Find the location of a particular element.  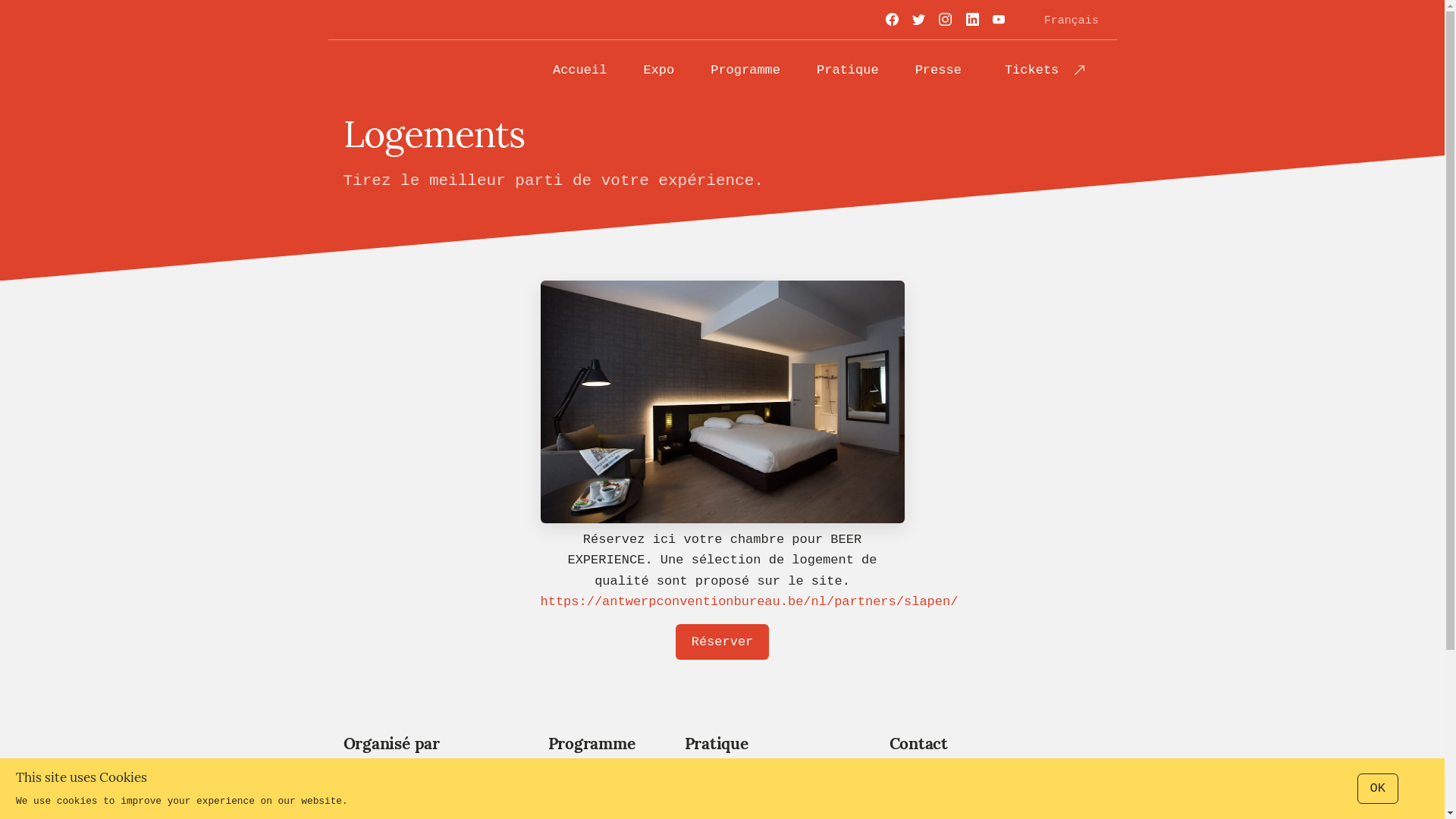

'S'y rendre' is located at coordinates (756, 796).